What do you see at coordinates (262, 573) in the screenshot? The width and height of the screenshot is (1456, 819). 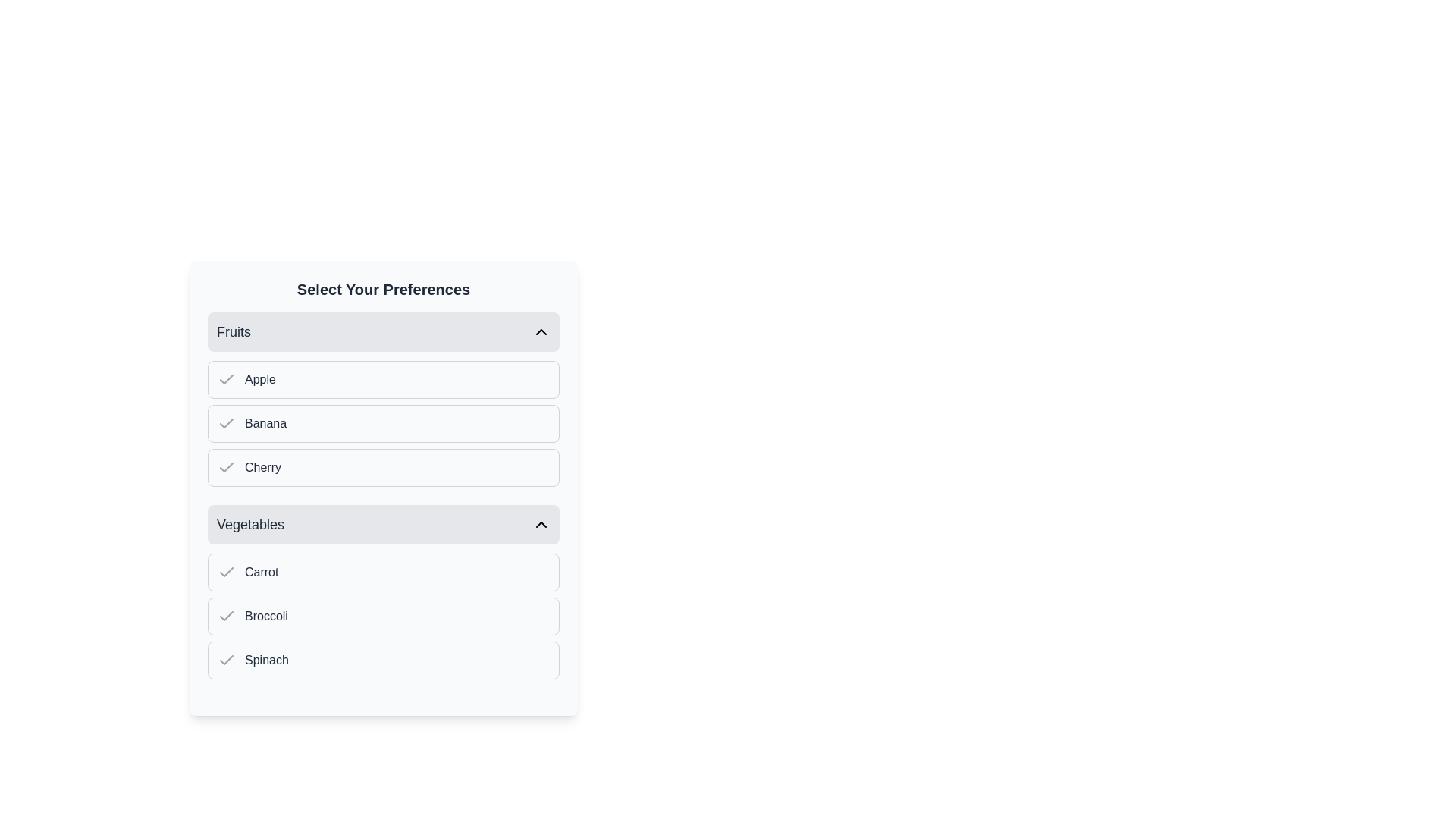 I see `the text content of the 'Carrot' label in the 'Vegetables' group, which is positioned next to a checkmark icon and before 'Broccoli' and 'Spinach'` at bounding box center [262, 573].